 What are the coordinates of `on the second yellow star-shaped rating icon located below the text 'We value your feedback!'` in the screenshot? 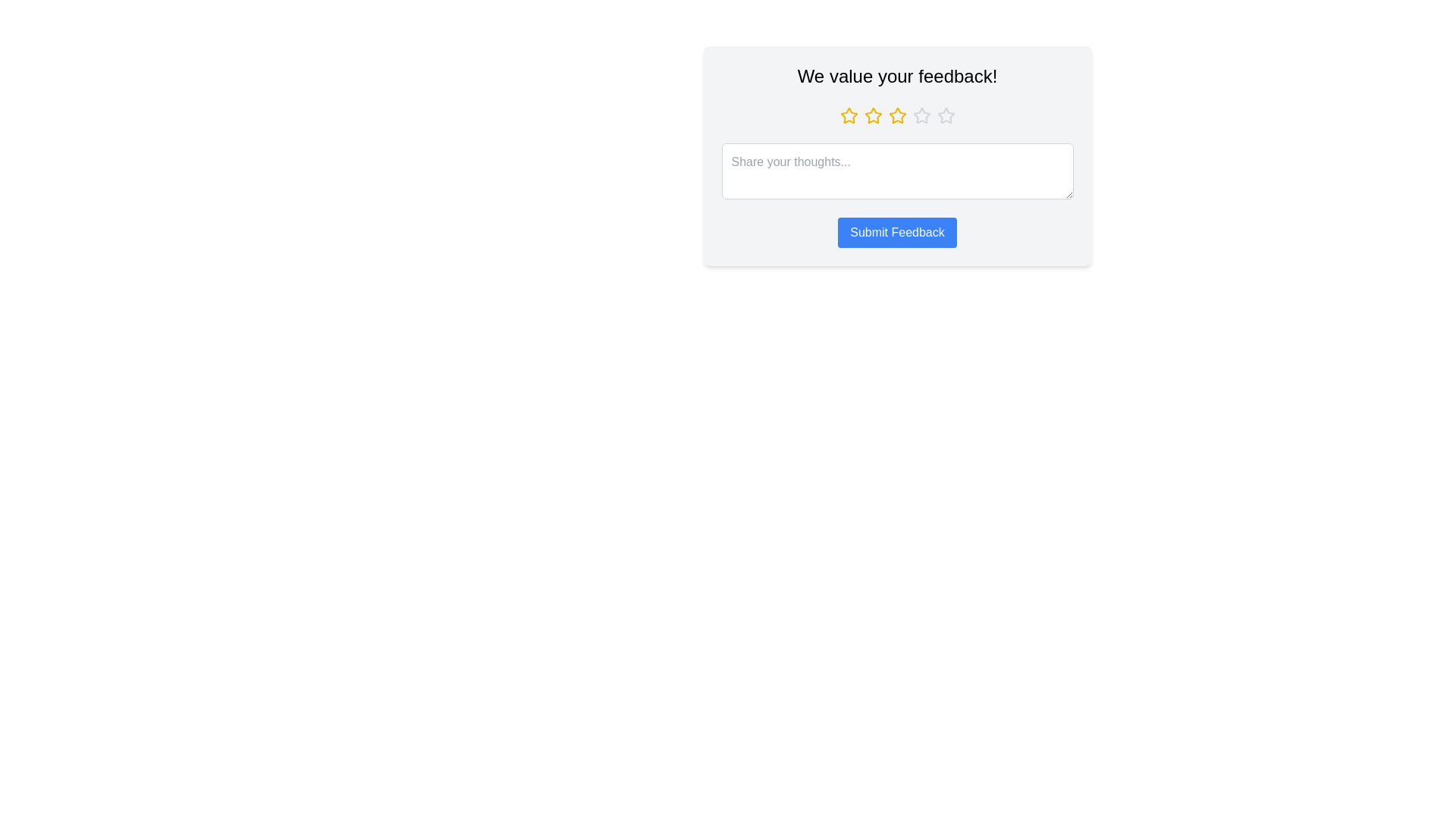 It's located at (873, 114).